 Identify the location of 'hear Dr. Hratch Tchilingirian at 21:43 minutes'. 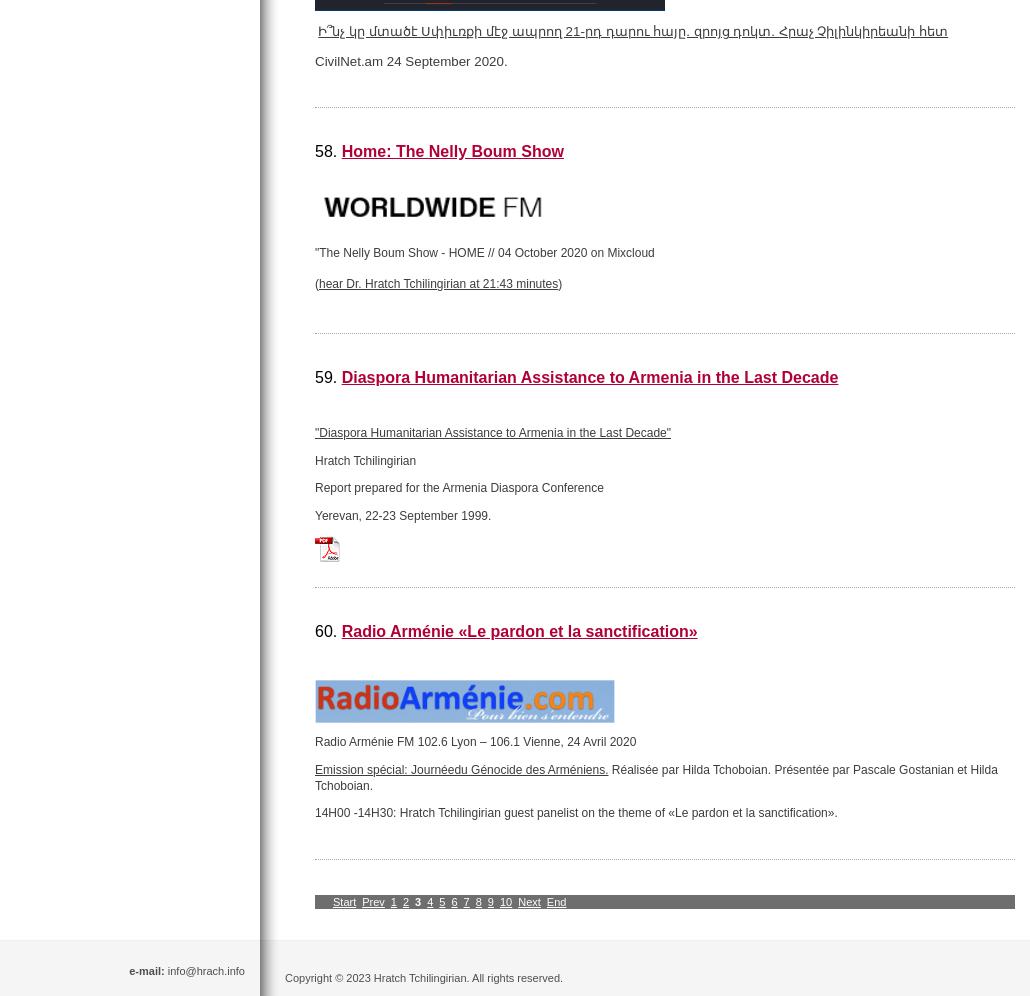
(437, 282).